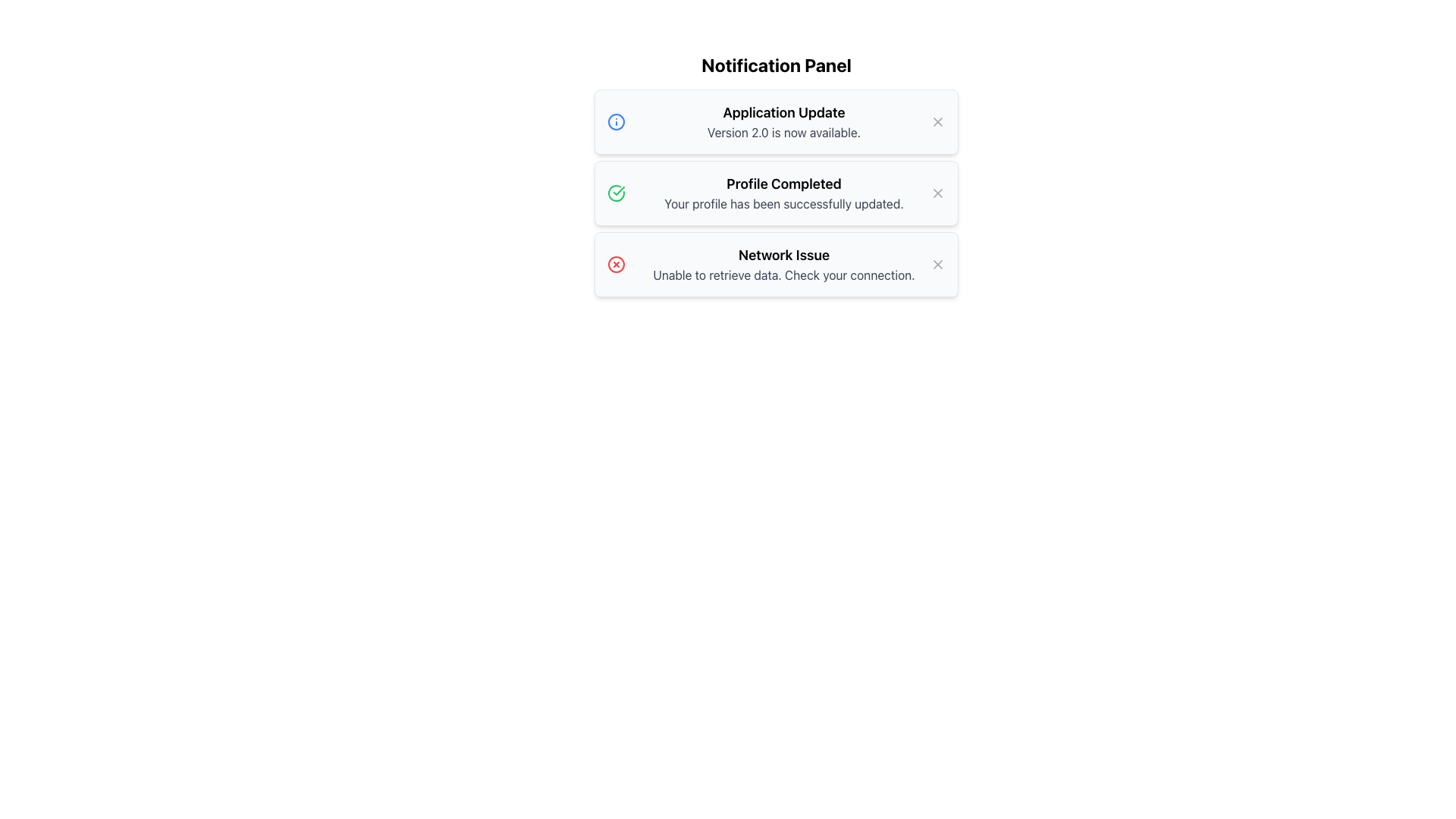  What do you see at coordinates (783, 254) in the screenshot?
I see `text of the Text Label located in the third notification box from the top in the notification panel, which provides a title or summary for the related notification` at bounding box center [783, 254].